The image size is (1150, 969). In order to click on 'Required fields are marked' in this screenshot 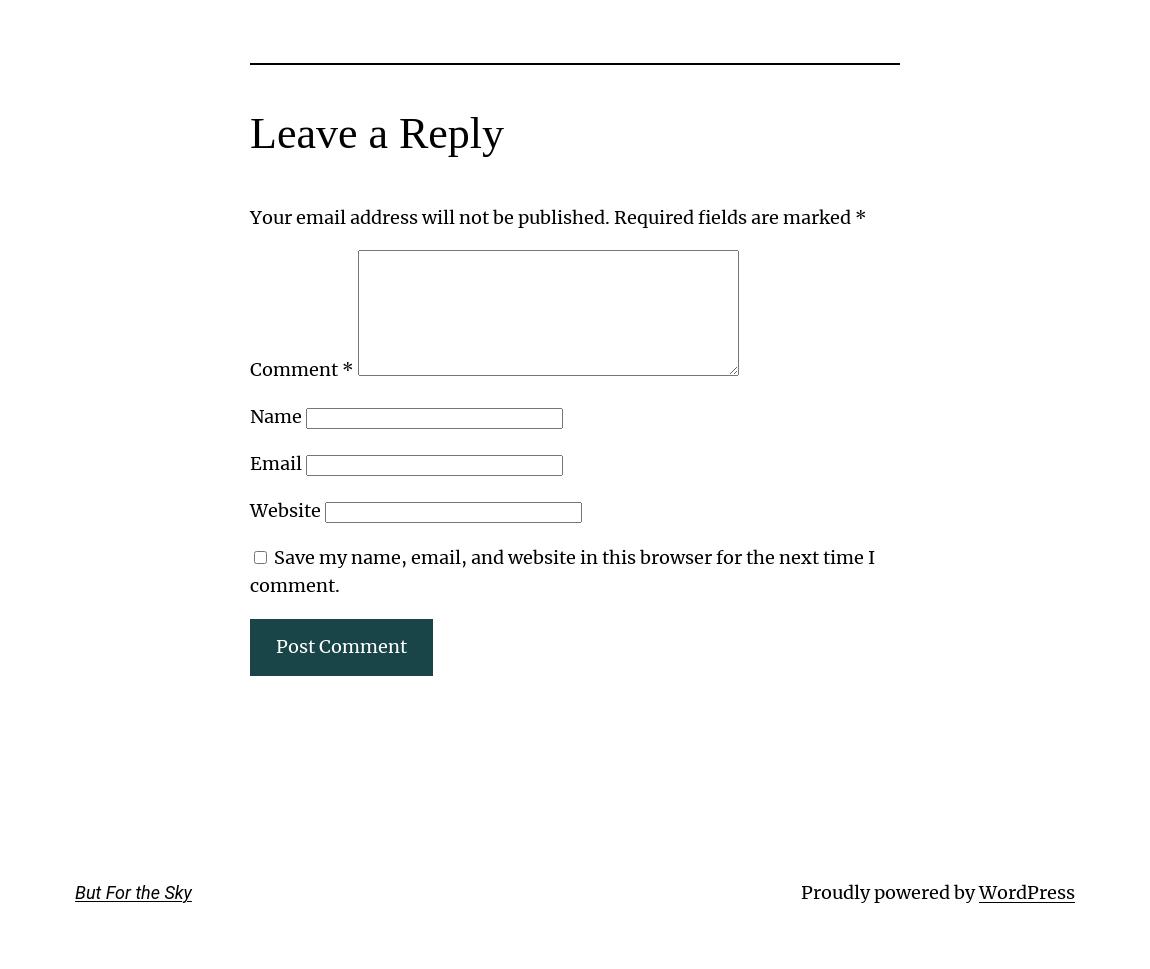, I will do `click(612, 216)`.